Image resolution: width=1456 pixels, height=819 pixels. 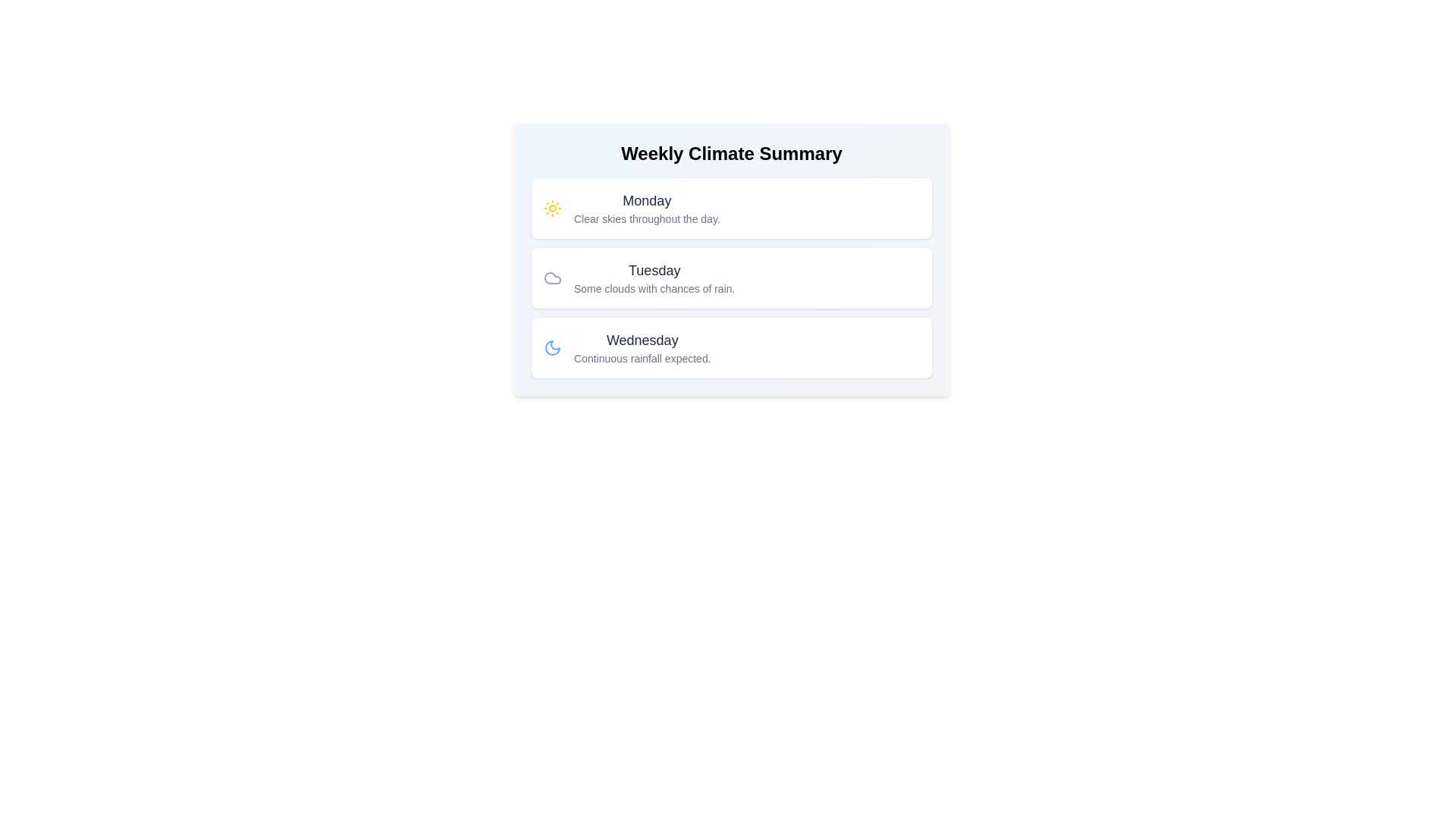 What do you see at coordinates (731, 278) in the screenshot?
I see `the record for Tuesday` at bounding box center [731, 278].